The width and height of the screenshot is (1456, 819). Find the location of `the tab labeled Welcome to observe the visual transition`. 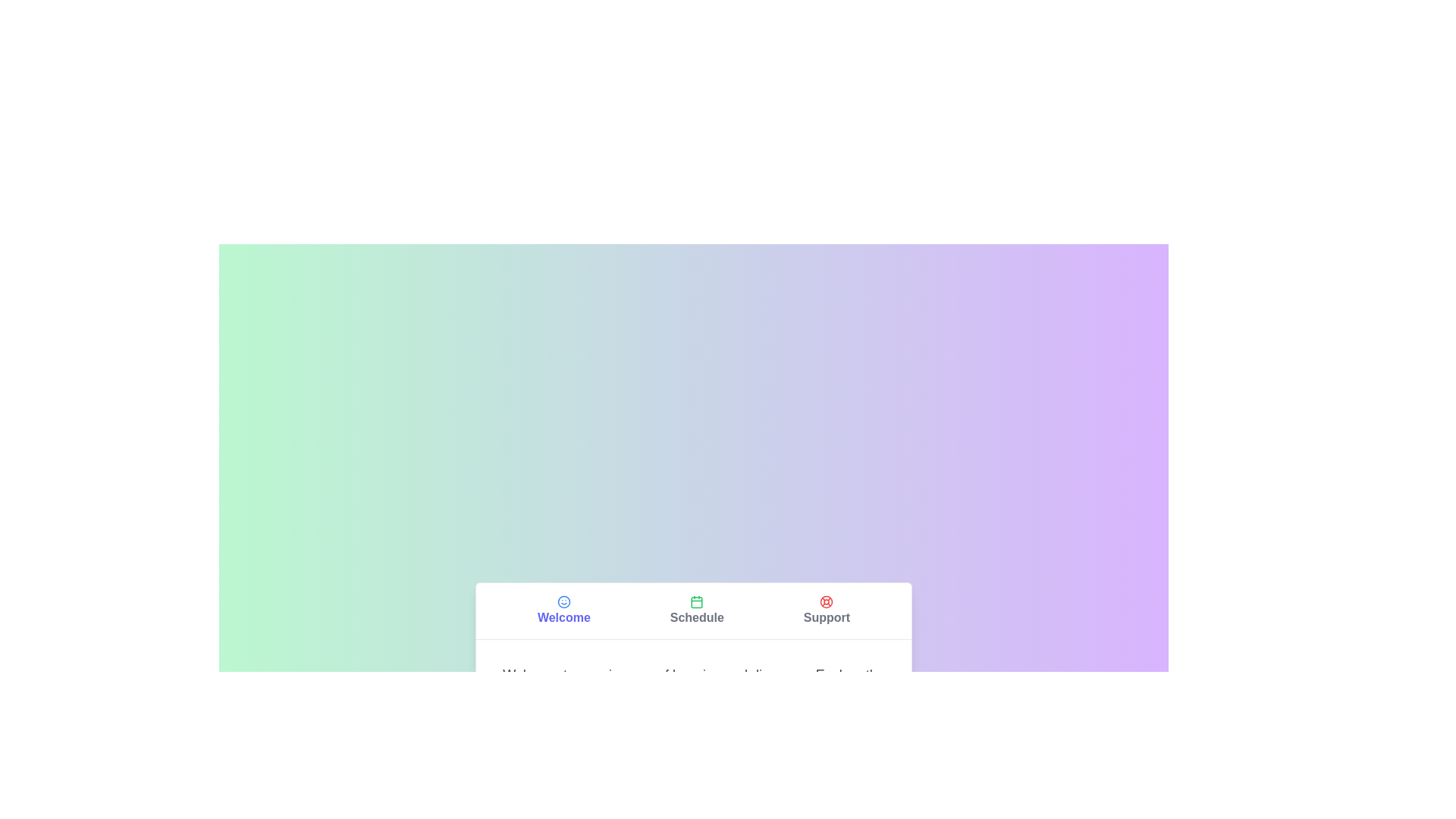

the tab labeled Welcome to observe the visual transition is located at coordinates (563, 610).